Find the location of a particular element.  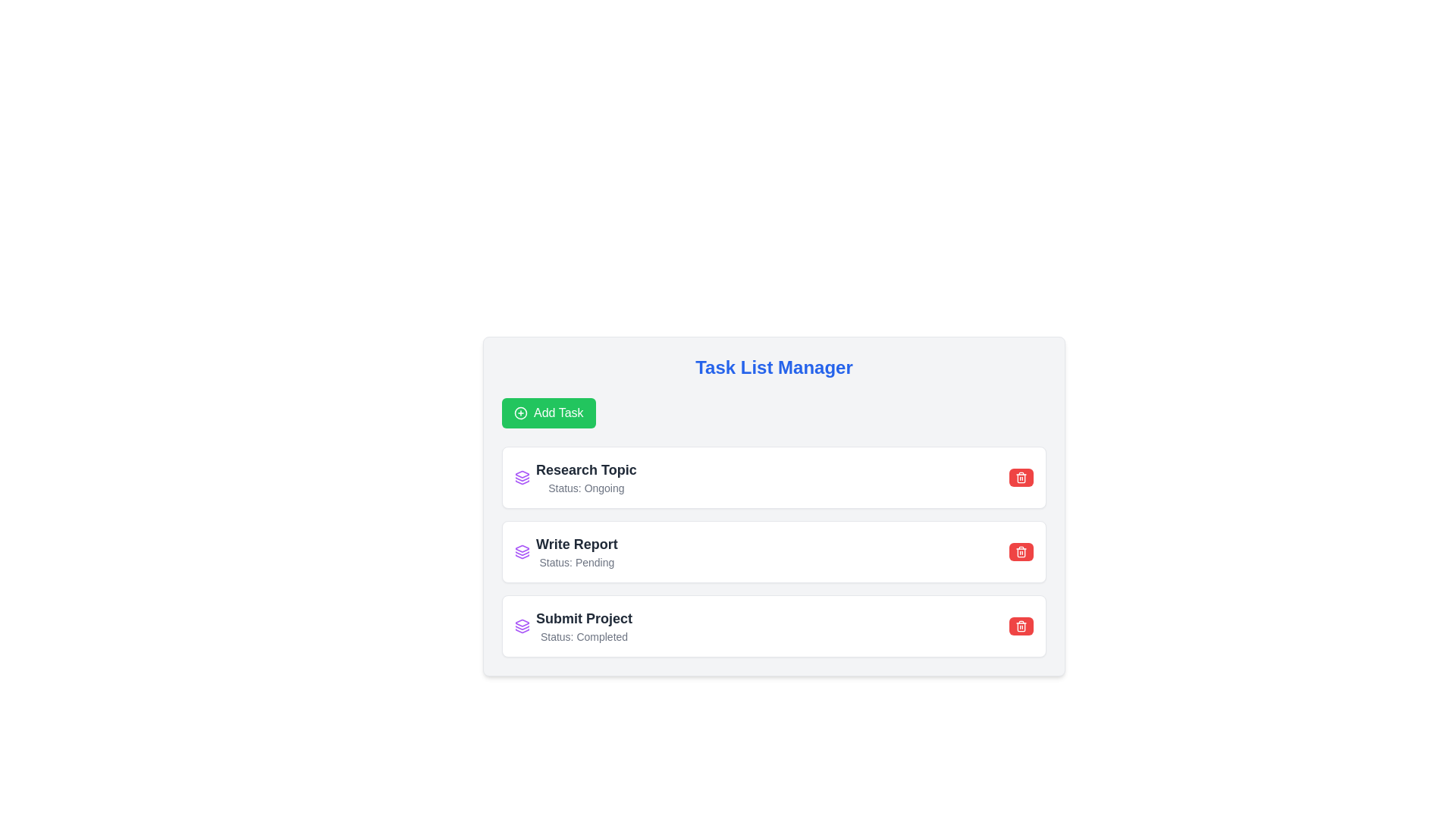

the red trash can icon embedded within a button is located at coordinates (1021, 476).